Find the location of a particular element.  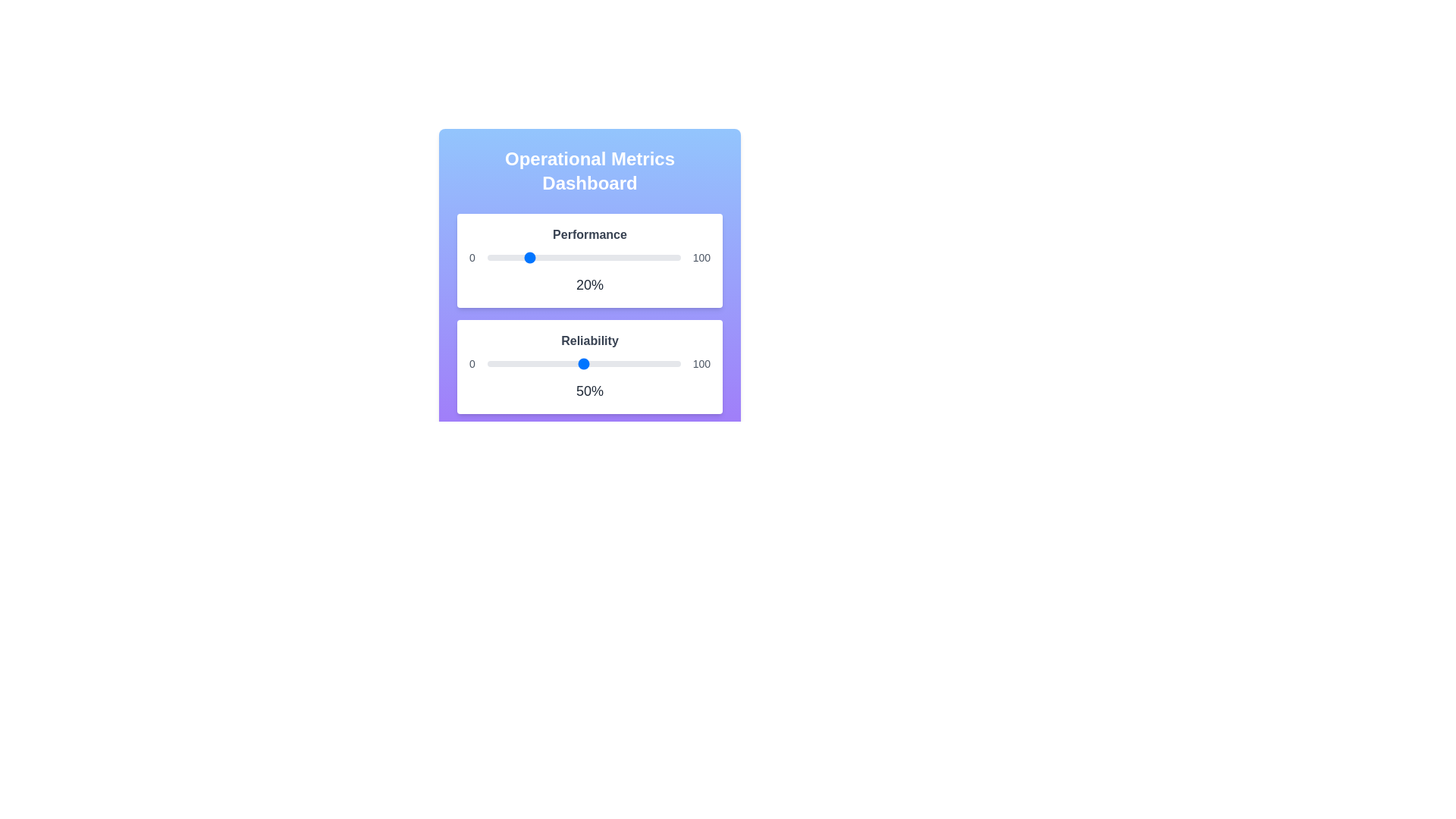

the Reliability slider is located at coordinates (665, 363).